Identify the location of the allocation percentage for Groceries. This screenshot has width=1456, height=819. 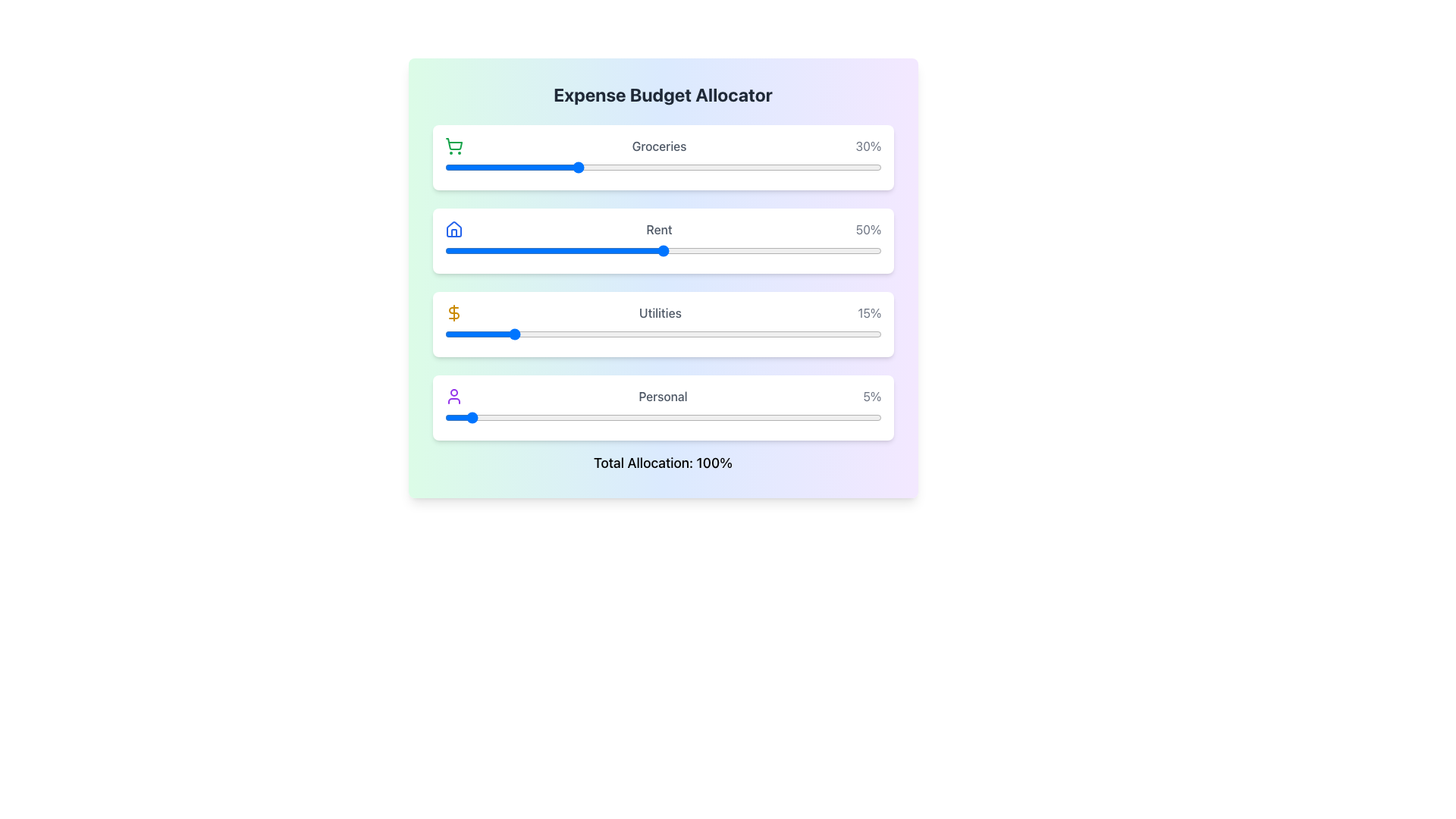
(714, 167).